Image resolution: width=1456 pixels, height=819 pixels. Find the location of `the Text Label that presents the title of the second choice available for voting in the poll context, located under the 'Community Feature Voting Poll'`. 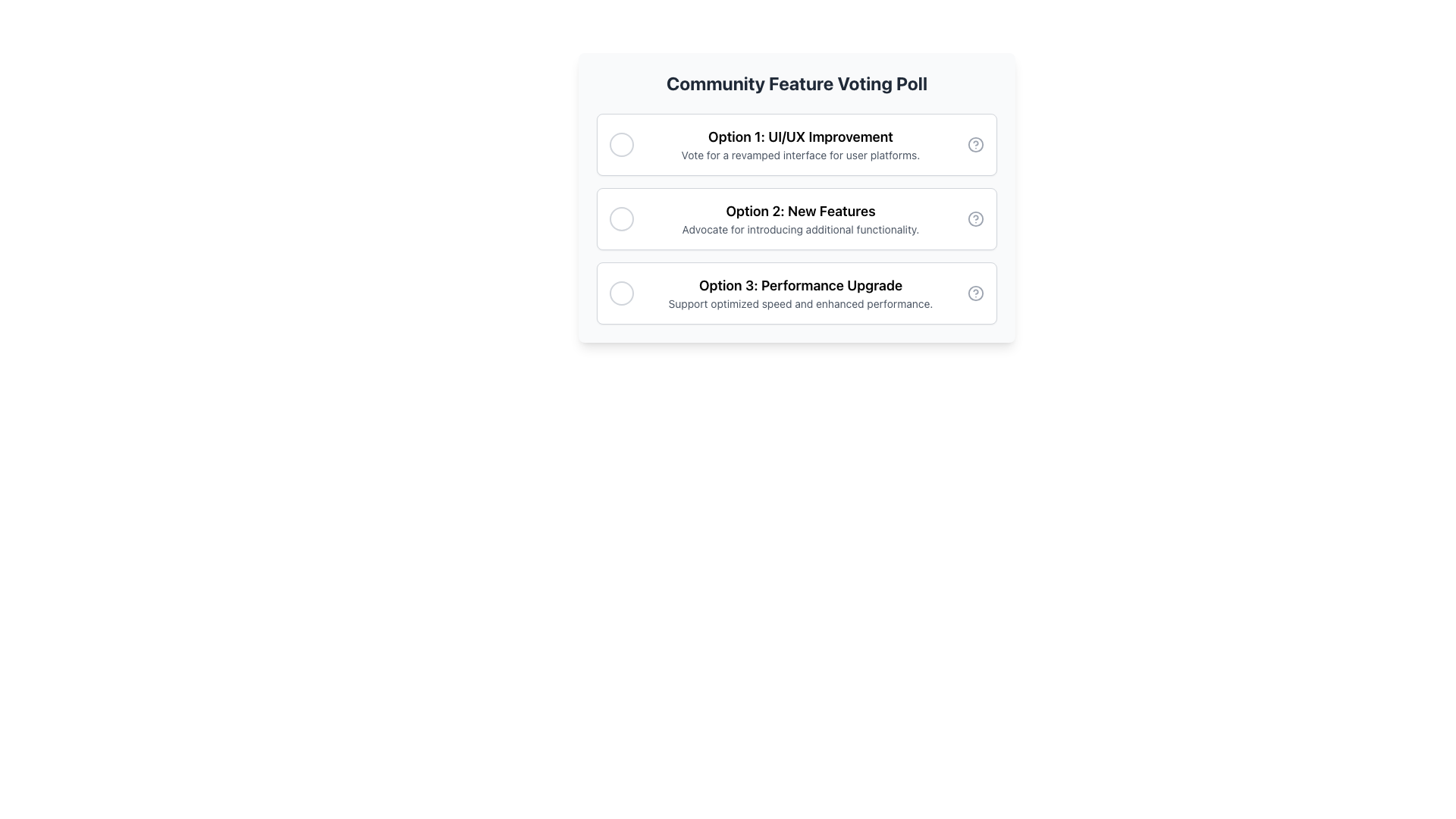

the Text Label that presents the title of the second choice available for voting in the poll context, located under the 'Community Feature Voting Poll' is located at coordinates (800, 211).